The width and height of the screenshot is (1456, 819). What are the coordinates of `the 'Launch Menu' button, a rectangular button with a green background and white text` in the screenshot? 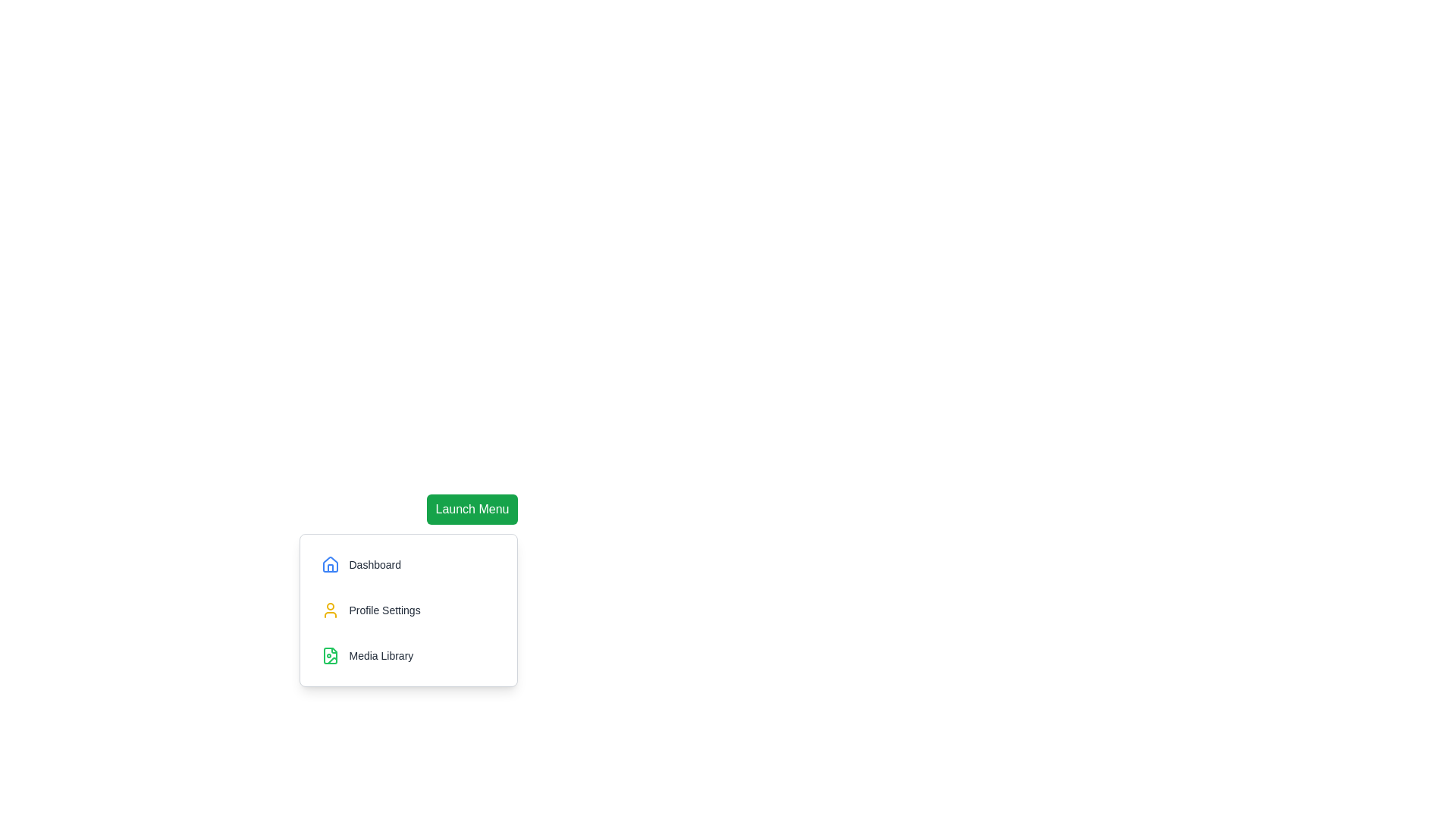 It's located at (472, 509).